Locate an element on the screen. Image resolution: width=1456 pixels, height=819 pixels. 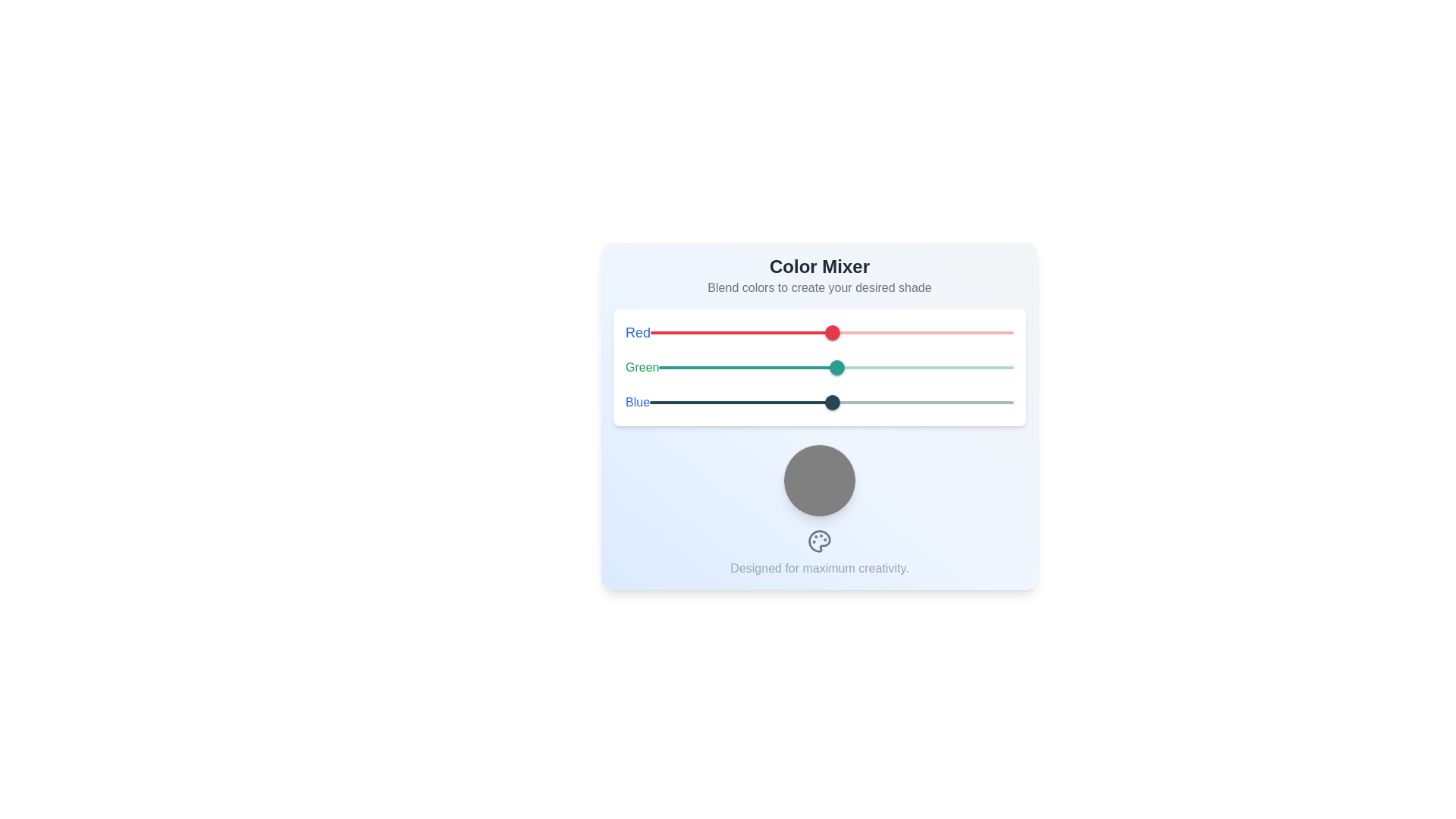
the red component of the color is located at coordinates (826, 332).